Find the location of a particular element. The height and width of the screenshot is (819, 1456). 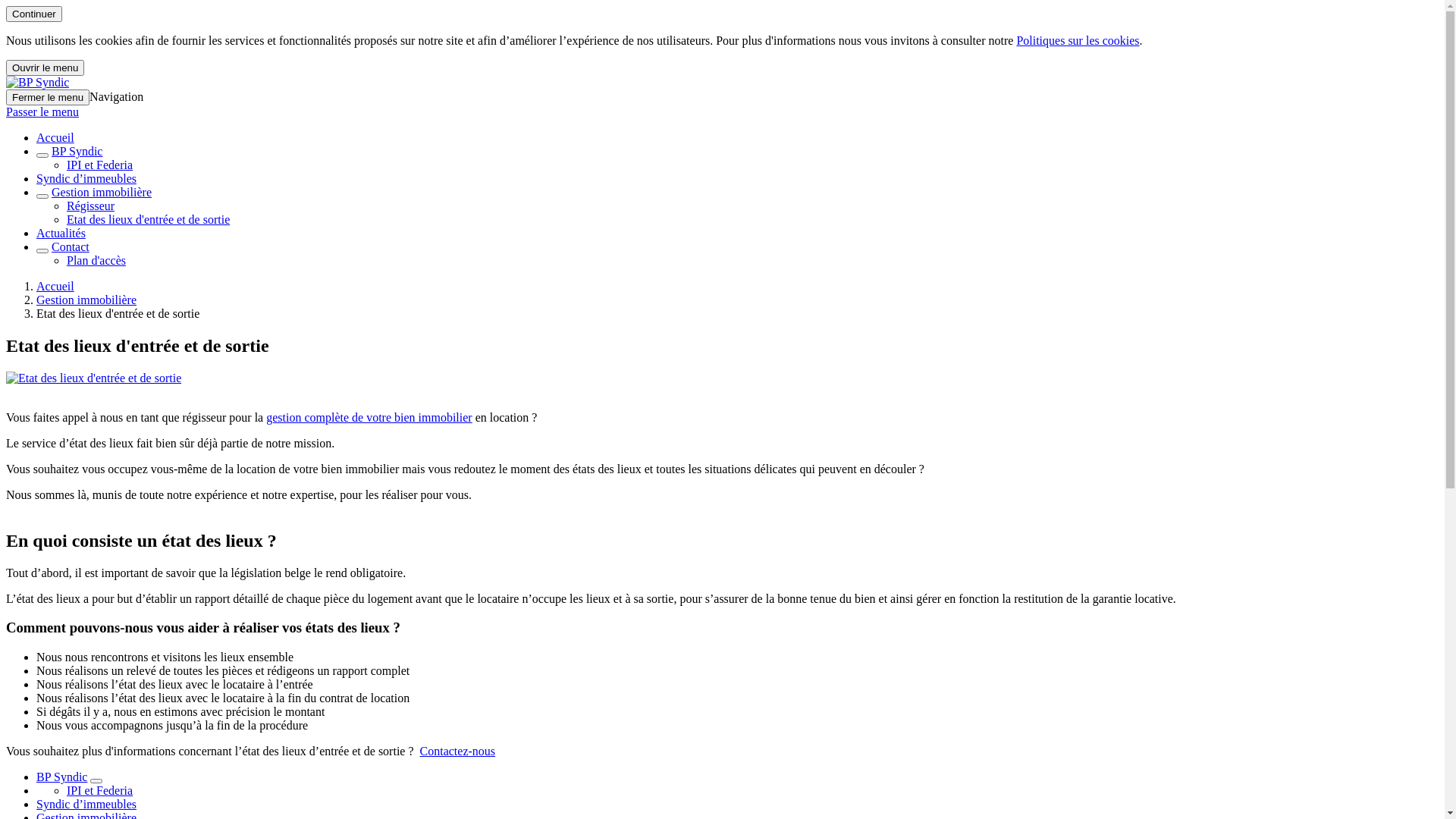

'Continuer' is located at coordinates (33, 14).